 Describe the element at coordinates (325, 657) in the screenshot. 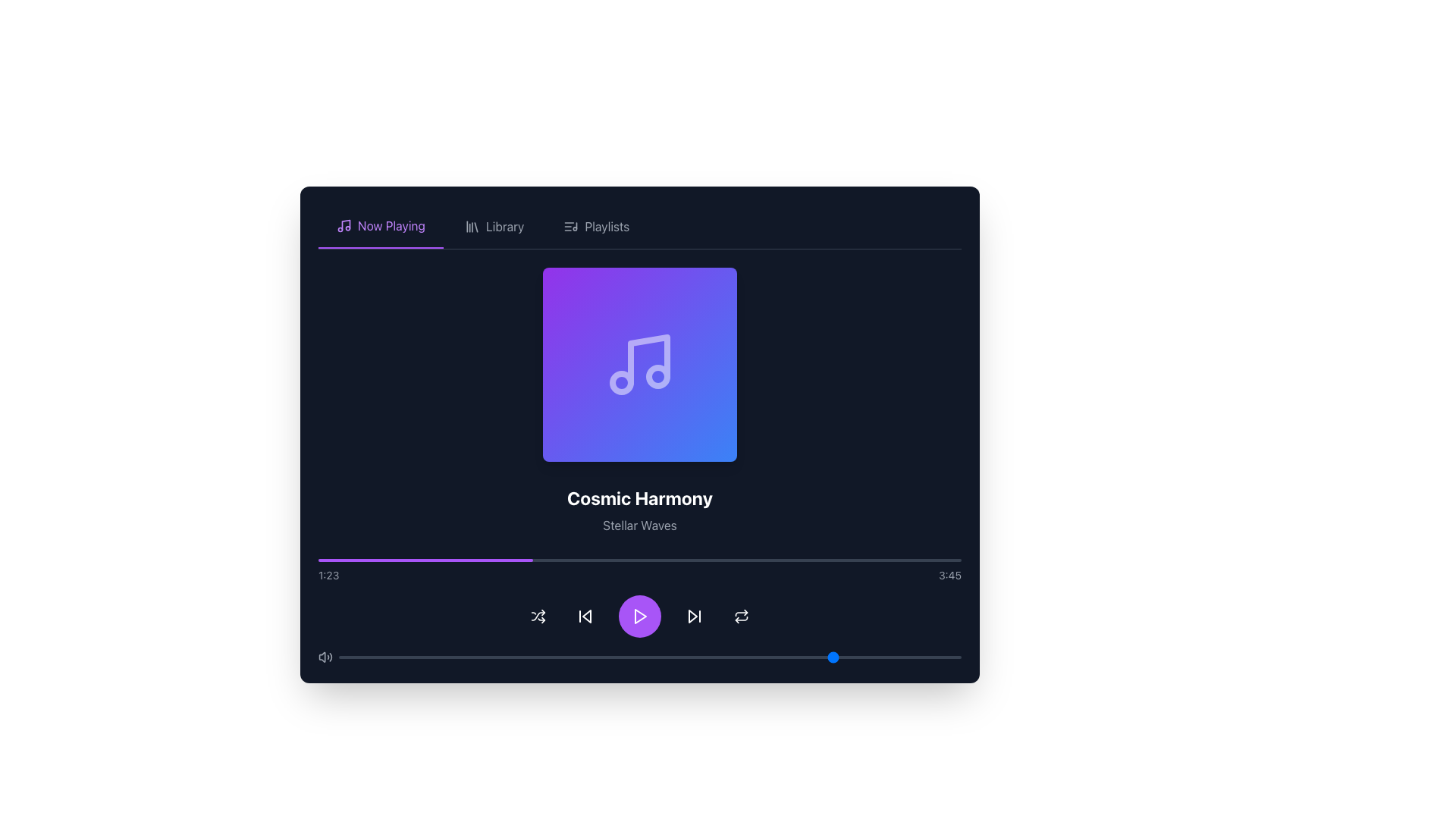

I see `the volume control icon located in the bottom-left corner of the horizontal control bar` at that location.